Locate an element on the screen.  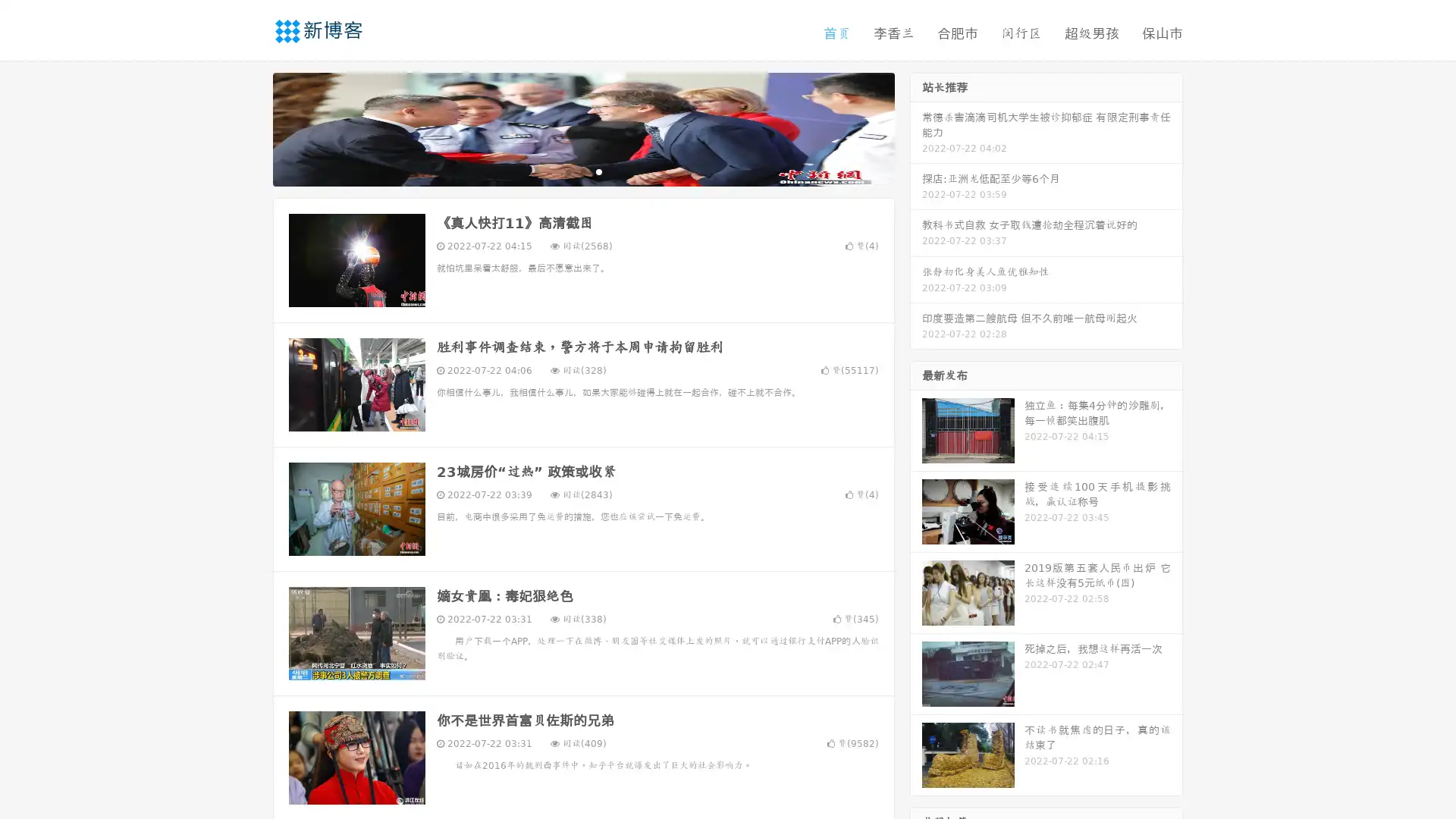
Go to slide 2 is located at coordinates (582, 171).